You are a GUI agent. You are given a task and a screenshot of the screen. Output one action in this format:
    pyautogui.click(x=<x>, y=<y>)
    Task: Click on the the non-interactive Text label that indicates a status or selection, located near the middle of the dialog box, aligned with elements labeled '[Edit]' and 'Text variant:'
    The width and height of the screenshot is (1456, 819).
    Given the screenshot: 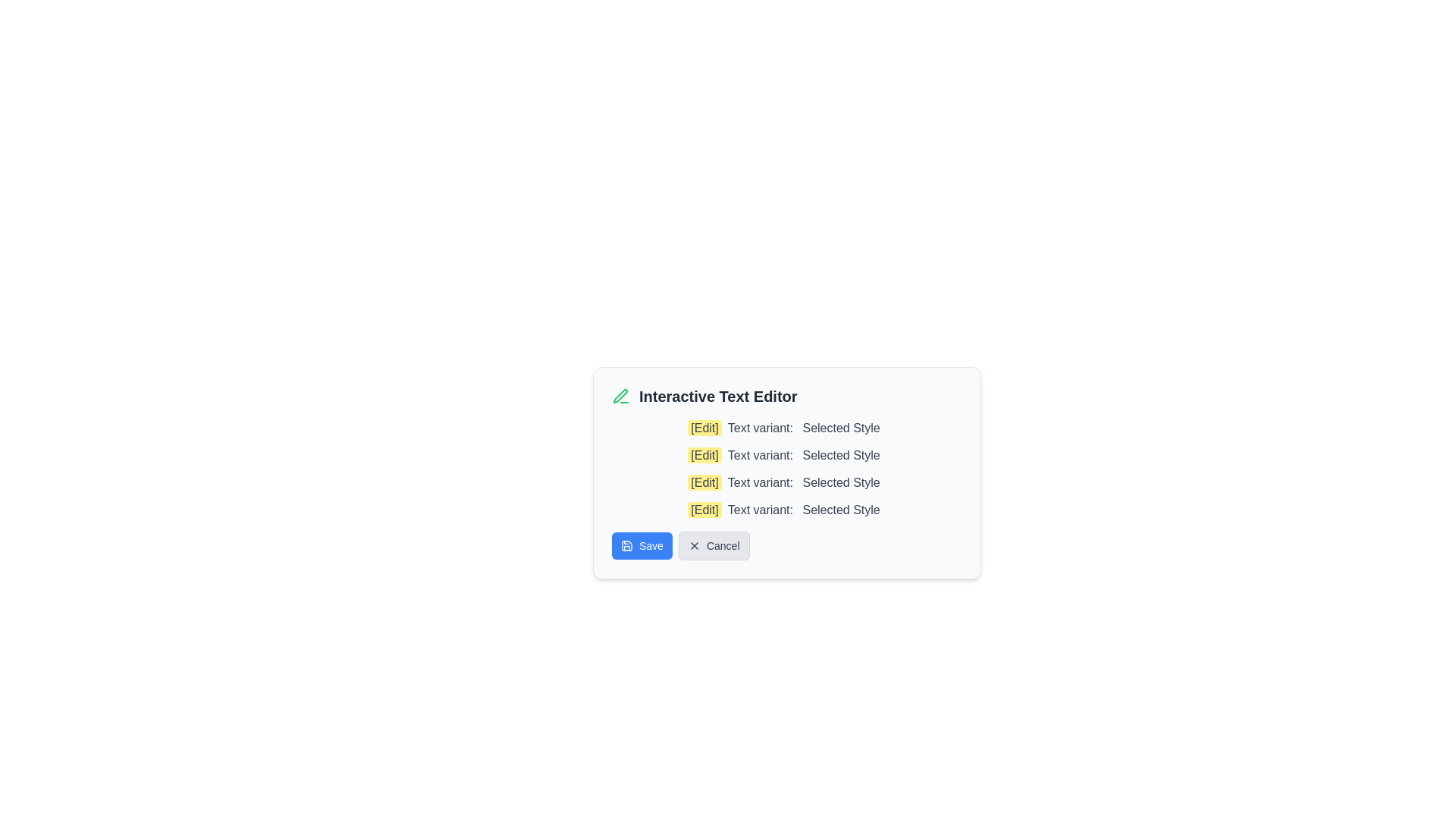 What is the action you would take?
    pyautogui.click(x=840, y=454)
    